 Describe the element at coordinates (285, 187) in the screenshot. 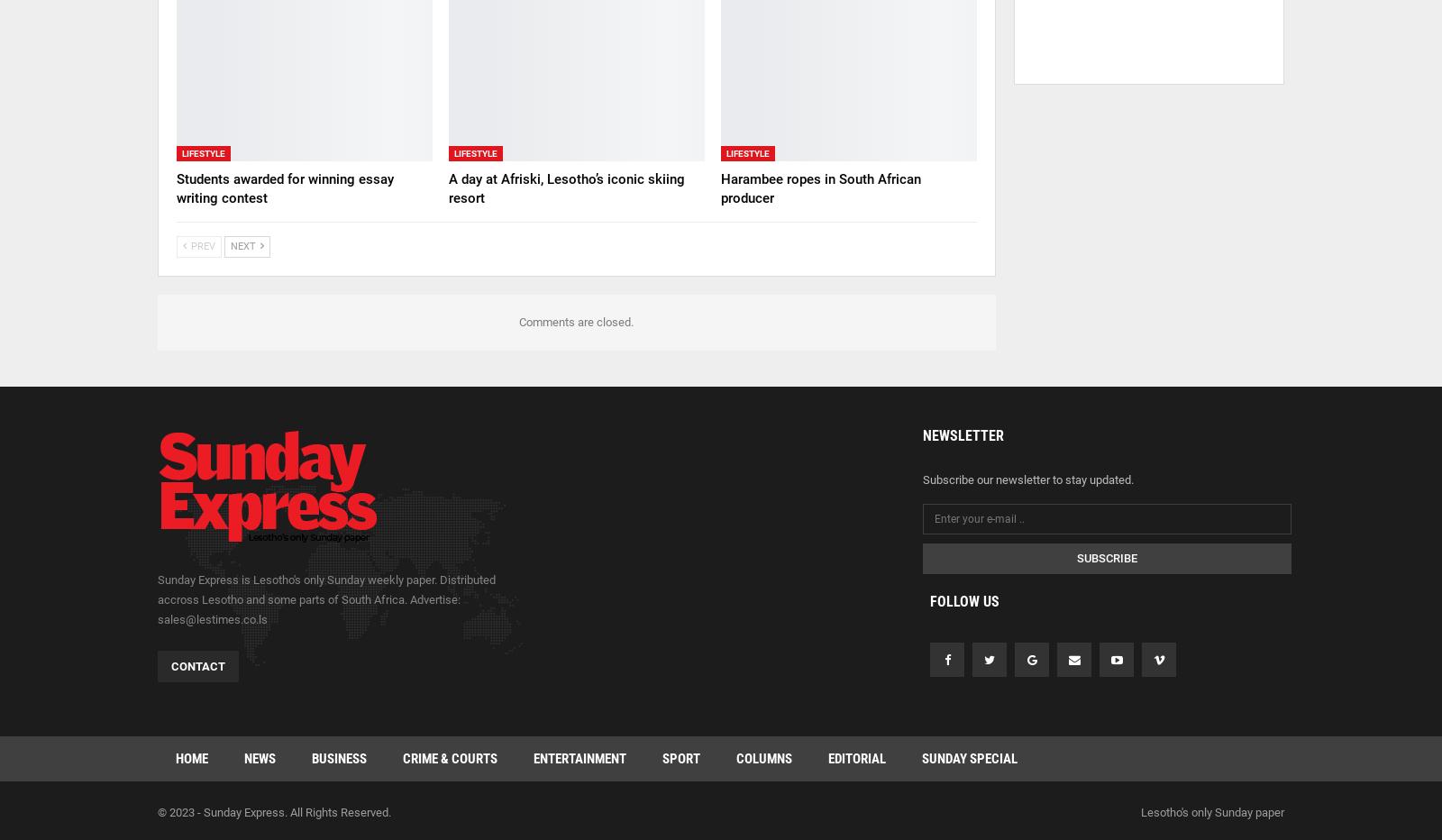

I see `'Students awarded for winning essay writing contest'` at that location.